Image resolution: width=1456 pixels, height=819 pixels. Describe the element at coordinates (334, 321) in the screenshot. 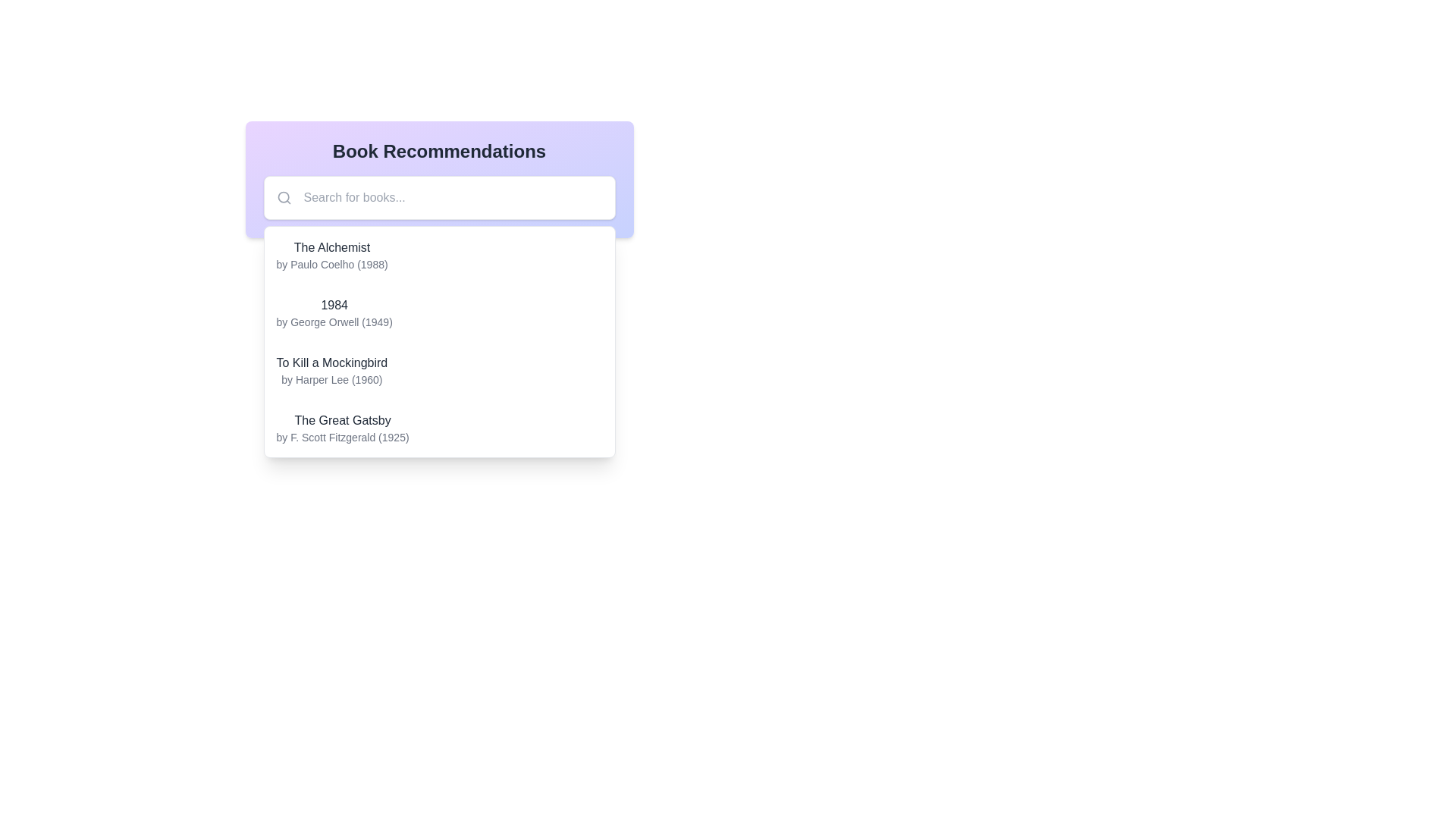

I see `the text label providing bibliographic information about the book '1984', which is positioned directly below the '1984' title` at that location.